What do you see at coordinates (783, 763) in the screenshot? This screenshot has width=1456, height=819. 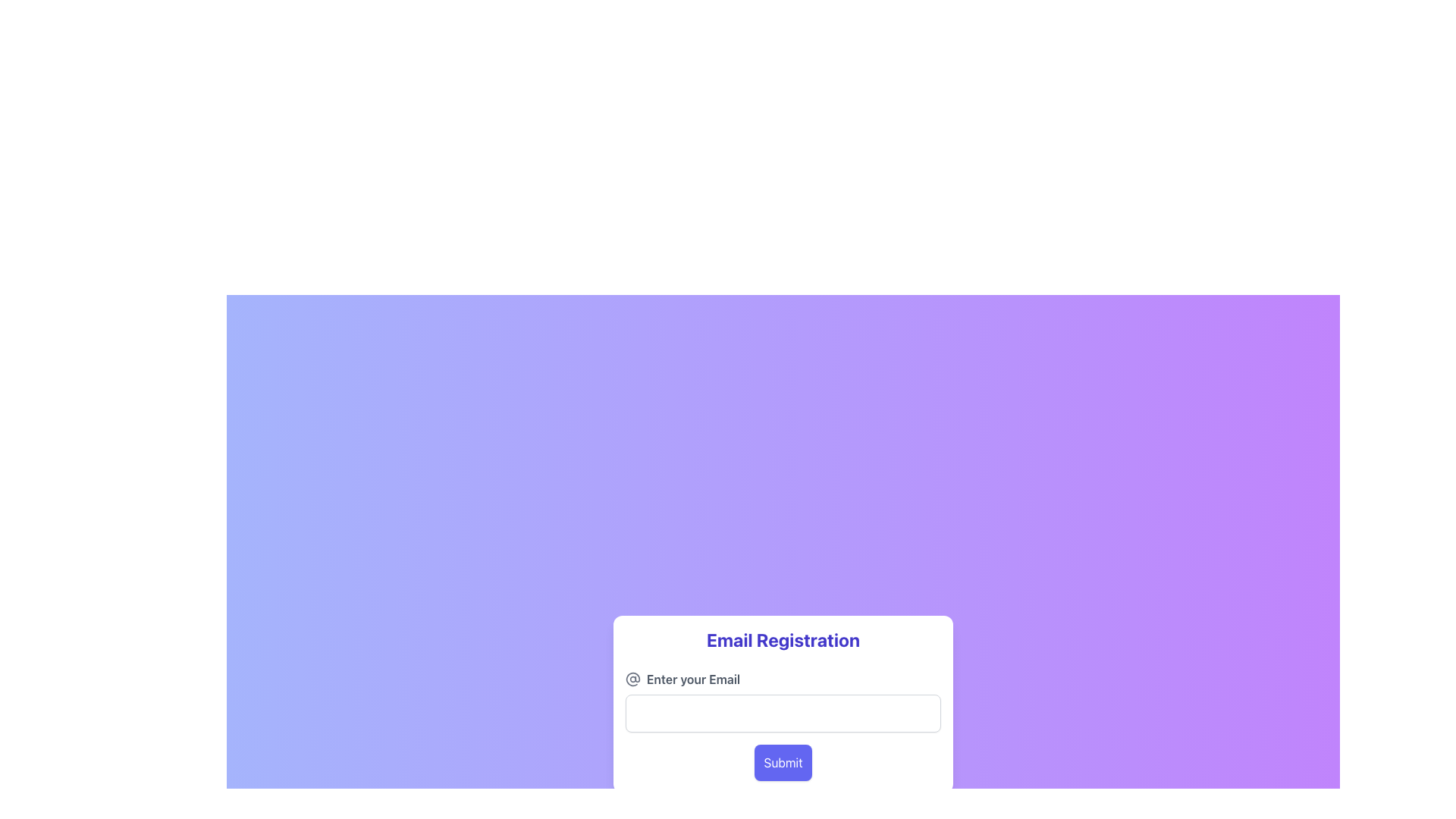 I see `the submit button located below the 'Enter your Email' text input field` at bounding box center [783, 763].